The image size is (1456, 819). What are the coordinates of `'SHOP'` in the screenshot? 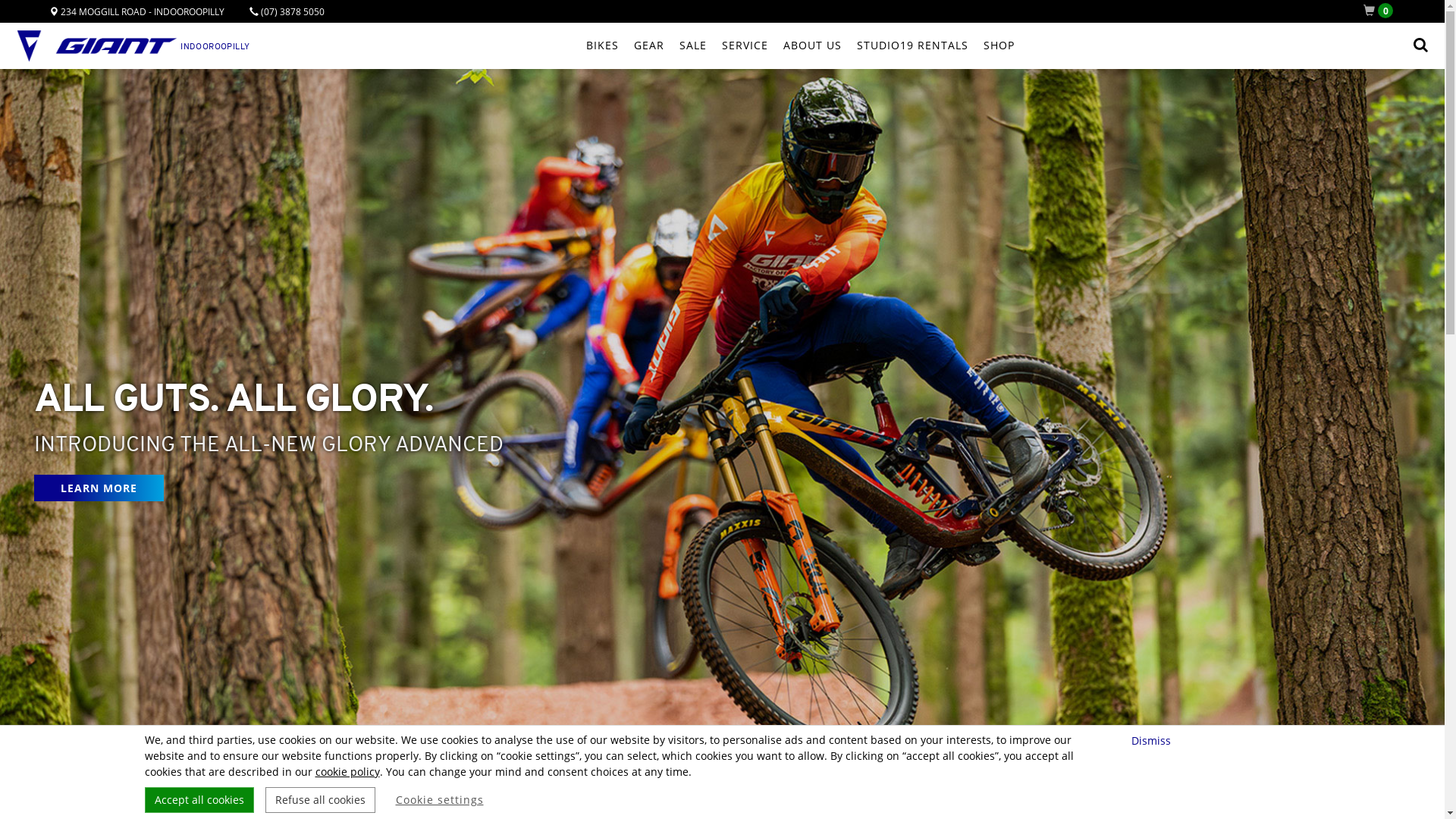 It's located at (998, 45).